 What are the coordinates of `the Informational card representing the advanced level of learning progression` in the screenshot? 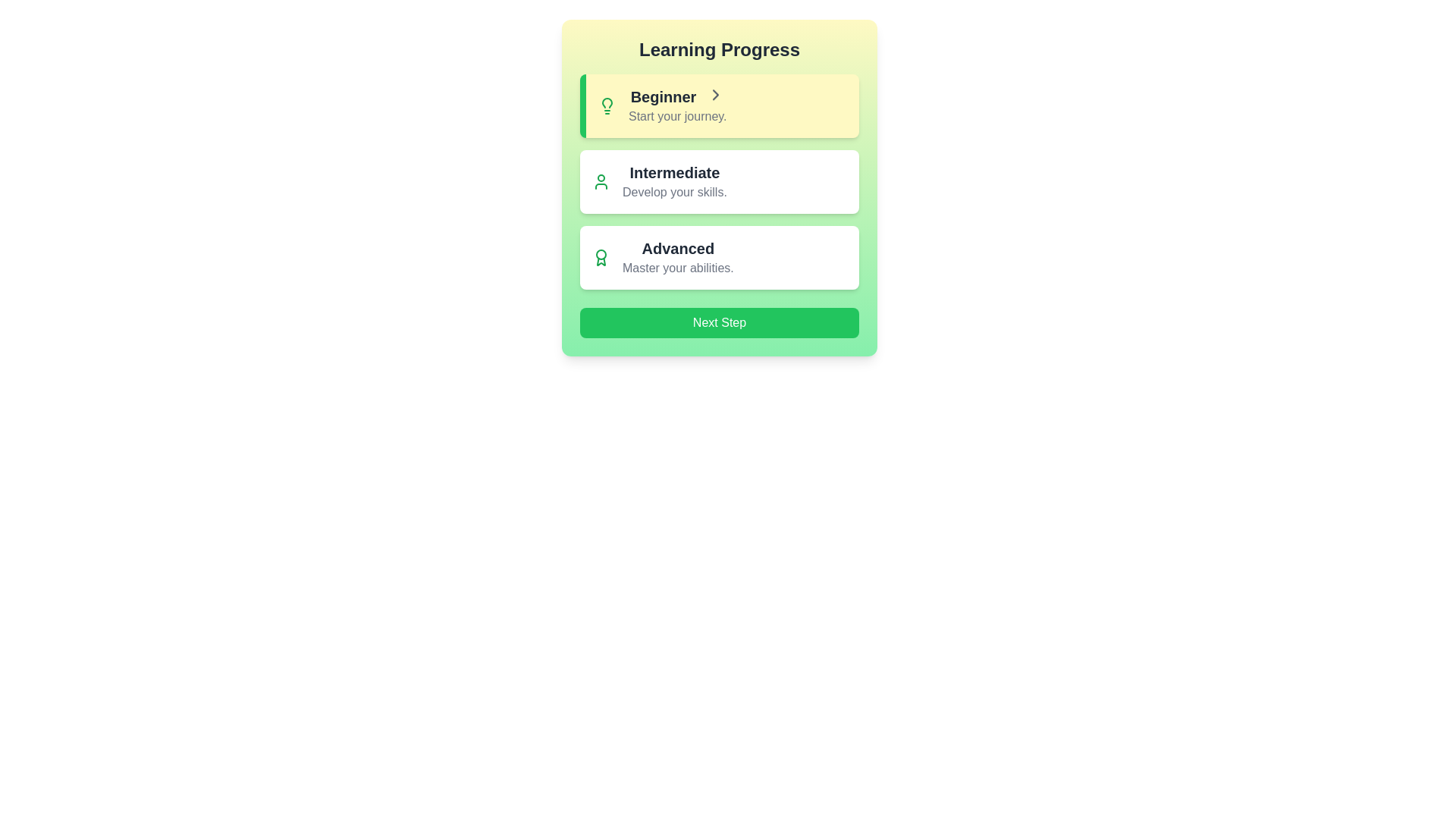 It's located at (719, 256).